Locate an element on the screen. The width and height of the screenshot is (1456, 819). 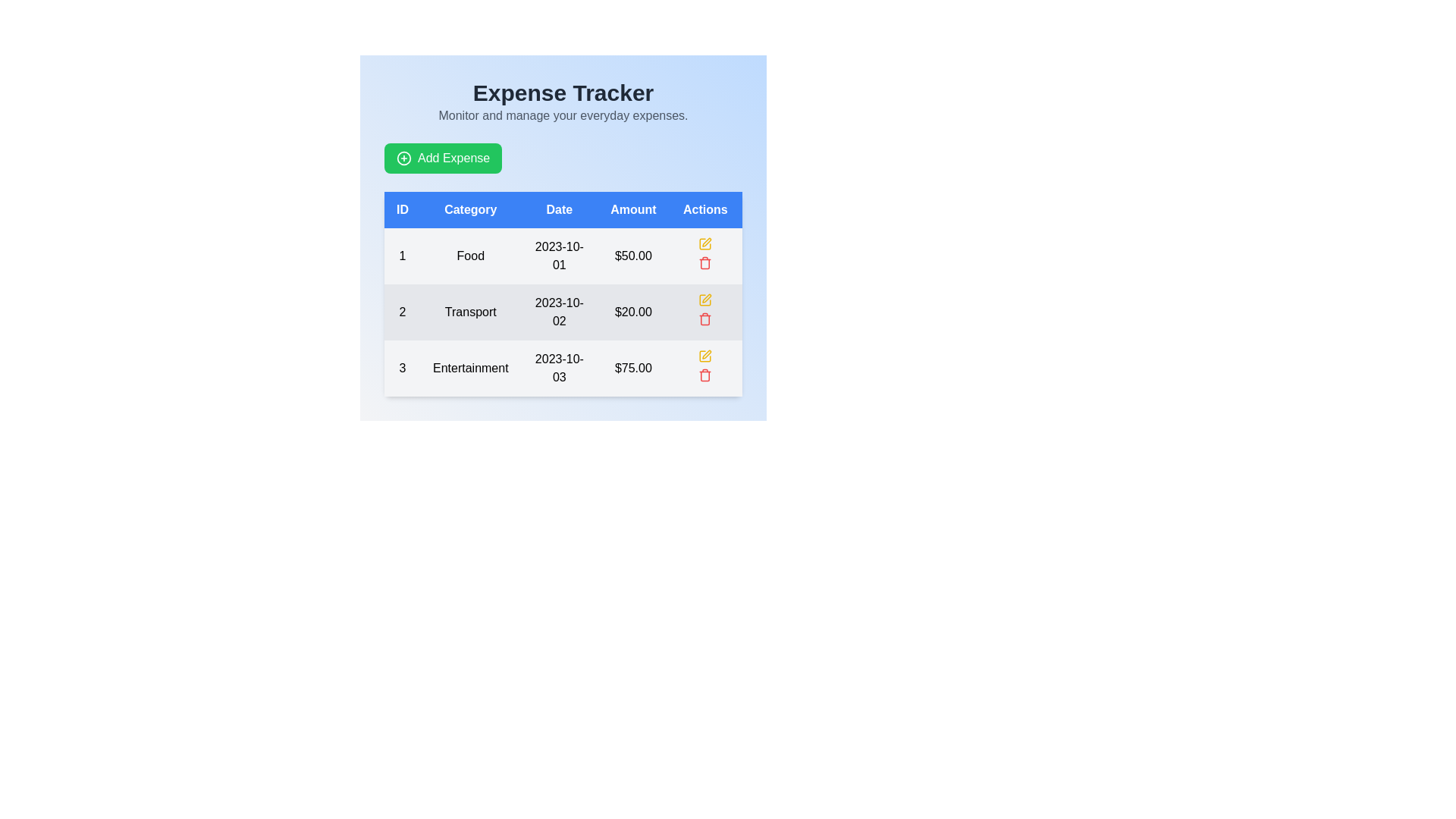
the third row of the 'Expense Tracker' table is located at coordinates (563, 369).